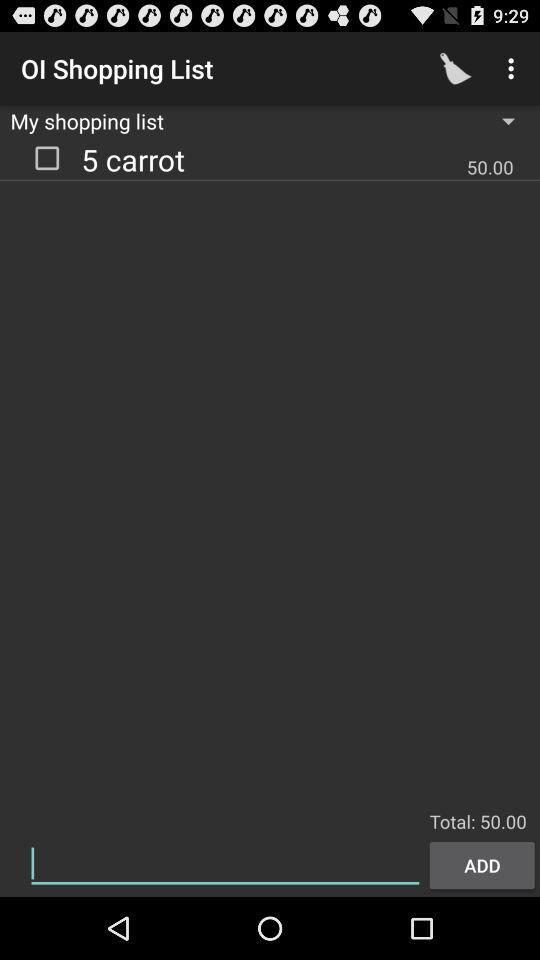 This screenshot has width=540, height=960. What do you see at coordinates (47, 156) in the screenshot?
I see `place a checkmark` at bounding box center [47, 156].